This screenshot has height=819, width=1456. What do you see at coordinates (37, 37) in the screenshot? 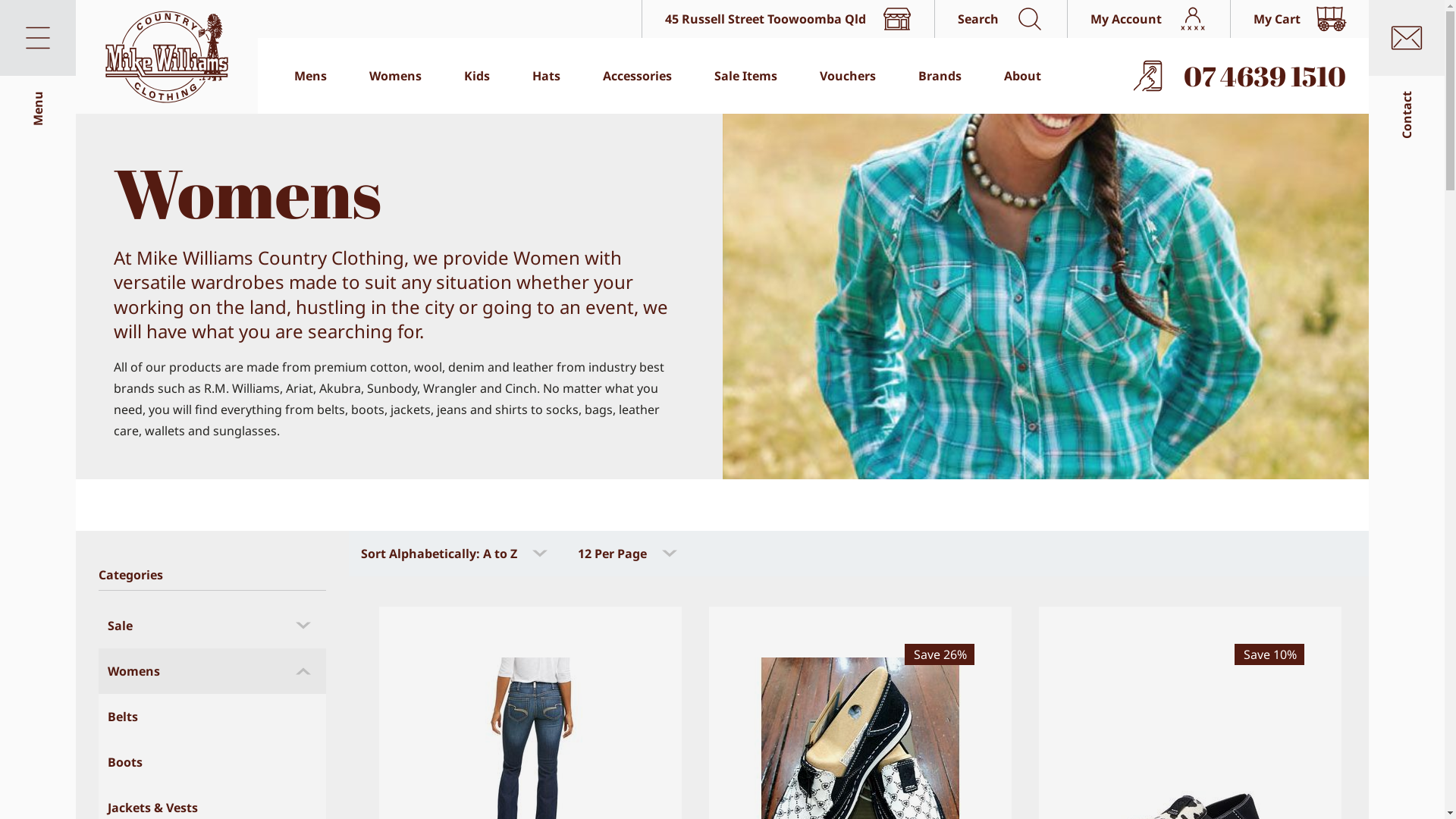
I see `'Menu'` at bounding box center [37, 37].